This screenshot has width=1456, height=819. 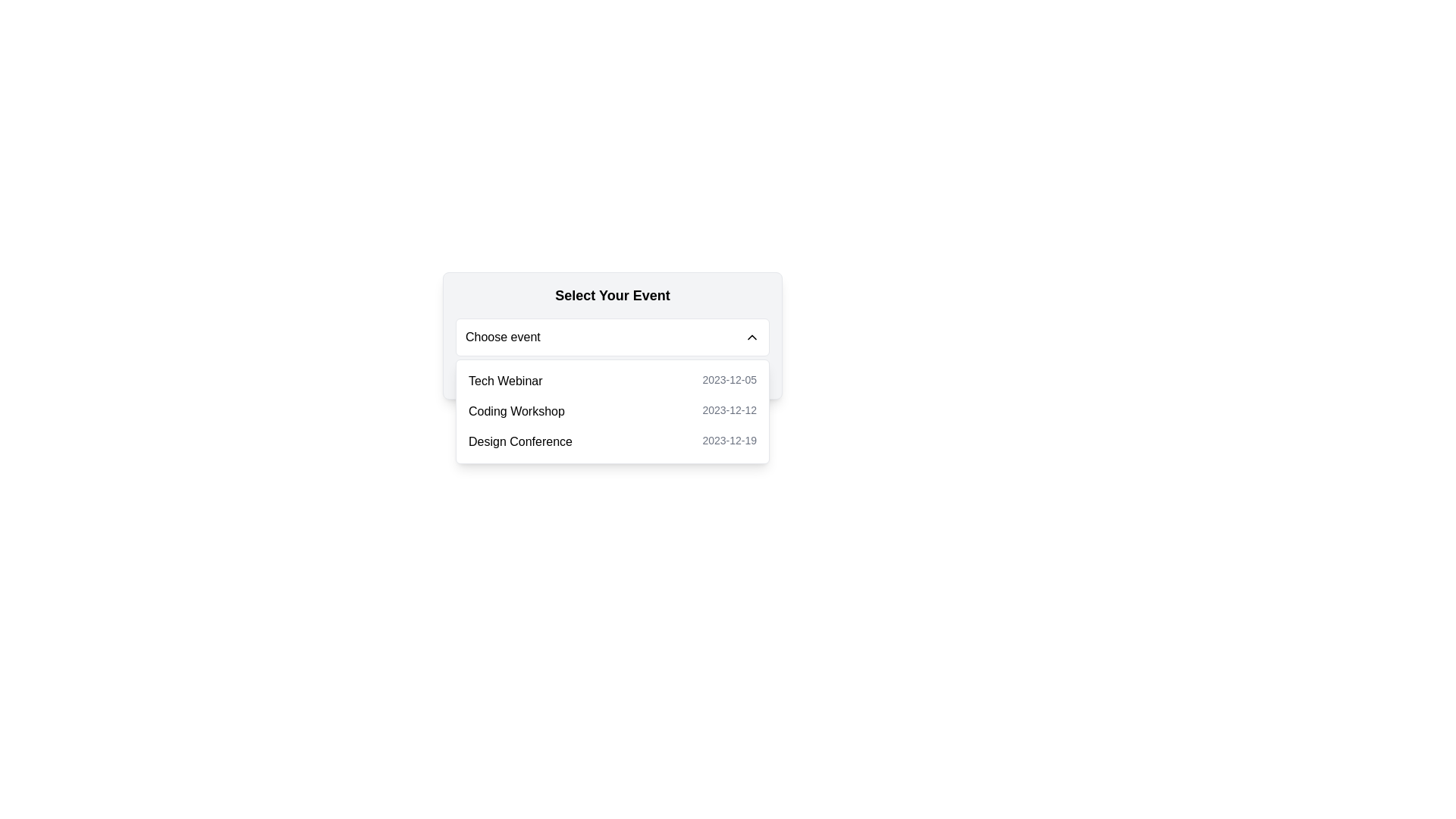 I want to click on the options in the 'Select Your Event' dropdown menu, so click(x=612, y=335).